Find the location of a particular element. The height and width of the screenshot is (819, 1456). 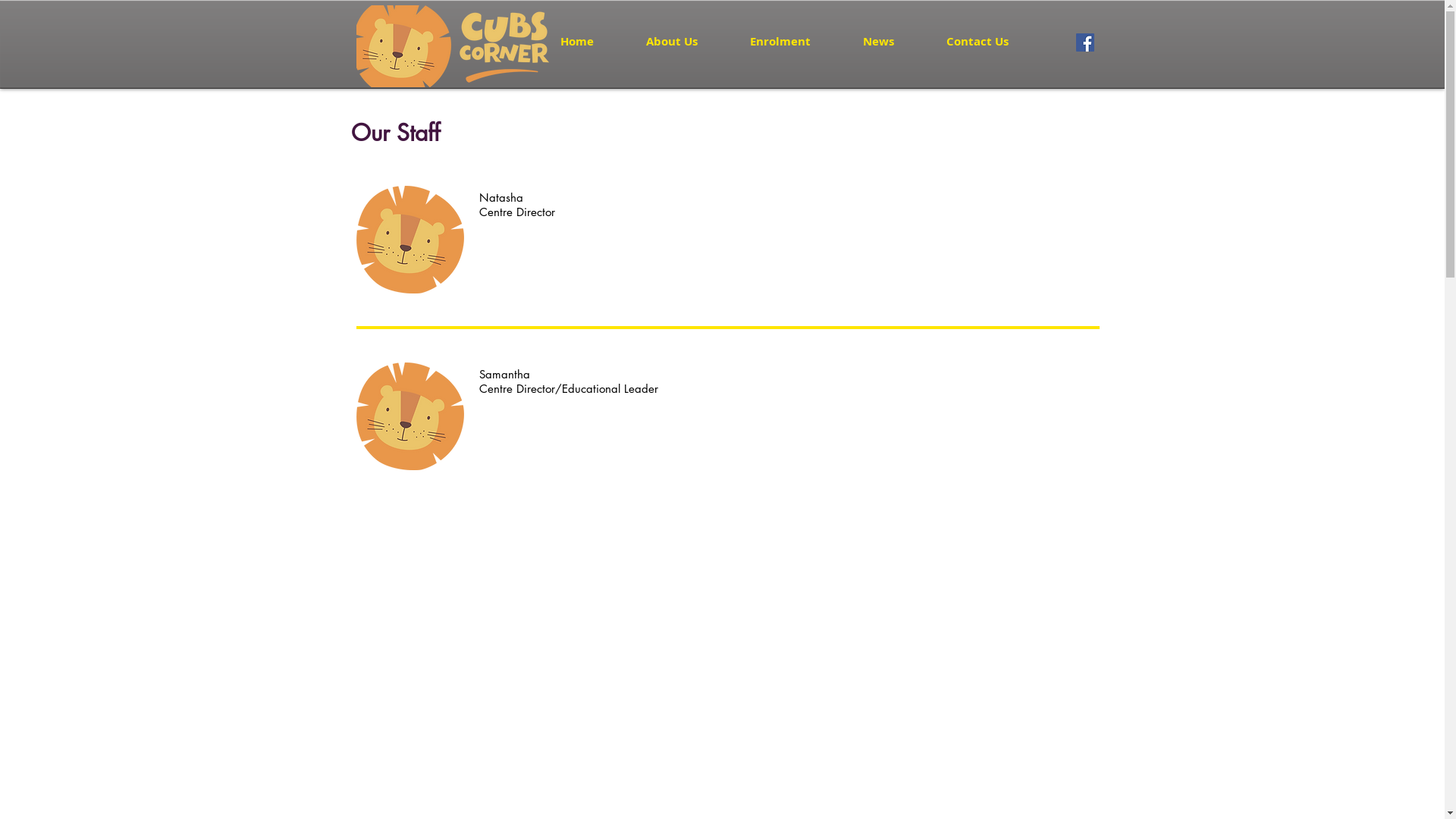

'Home' is located at coordinates (591, 40).